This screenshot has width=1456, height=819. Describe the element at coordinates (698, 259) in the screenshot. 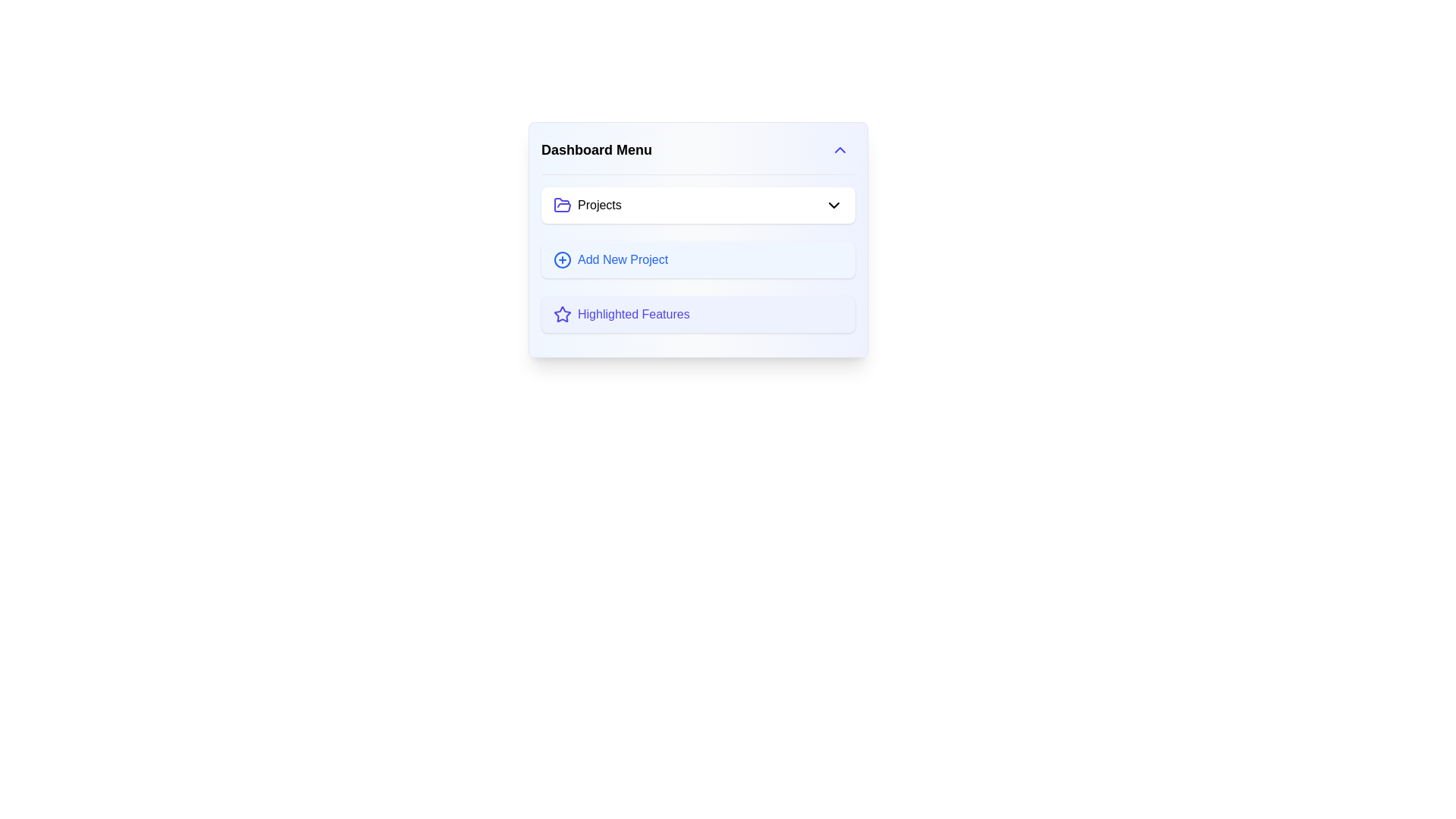

I see `the second button in the 'Dashboard Menu' to initiate adding a new project` at that location.